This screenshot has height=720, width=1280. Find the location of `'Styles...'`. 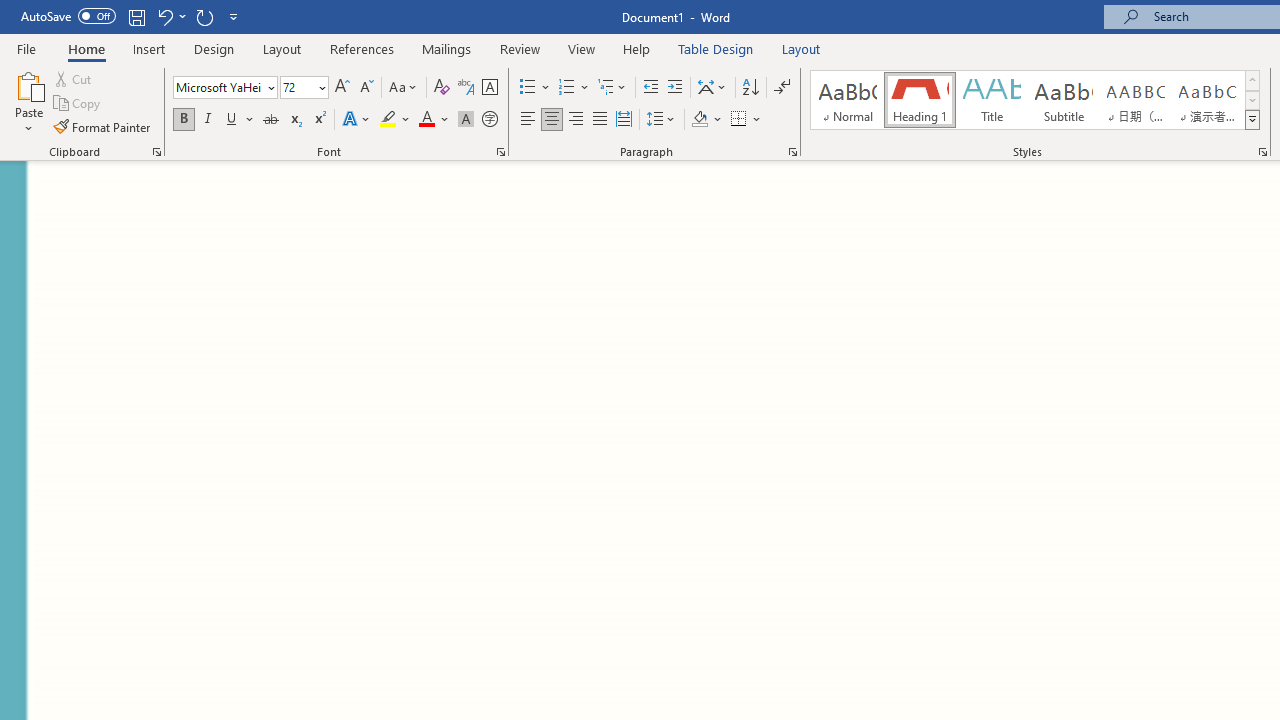

'Styles...' is located at coordinates (1261, 150).